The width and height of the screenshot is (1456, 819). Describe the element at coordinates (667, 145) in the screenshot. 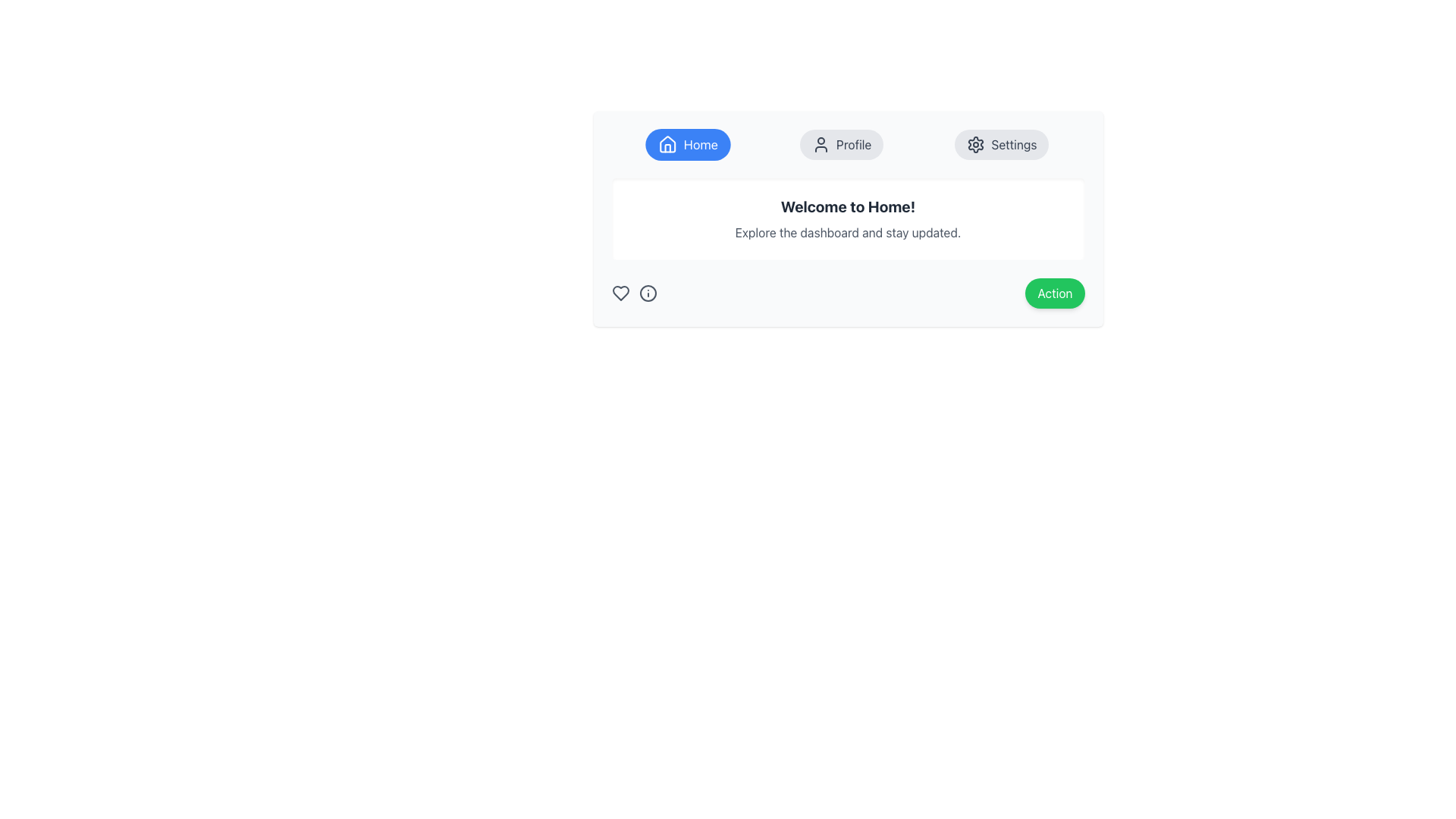

I see `the house icon with a blue background and white outline, located at the leftmost part of the 'Home' button in the navigation group` at that location.